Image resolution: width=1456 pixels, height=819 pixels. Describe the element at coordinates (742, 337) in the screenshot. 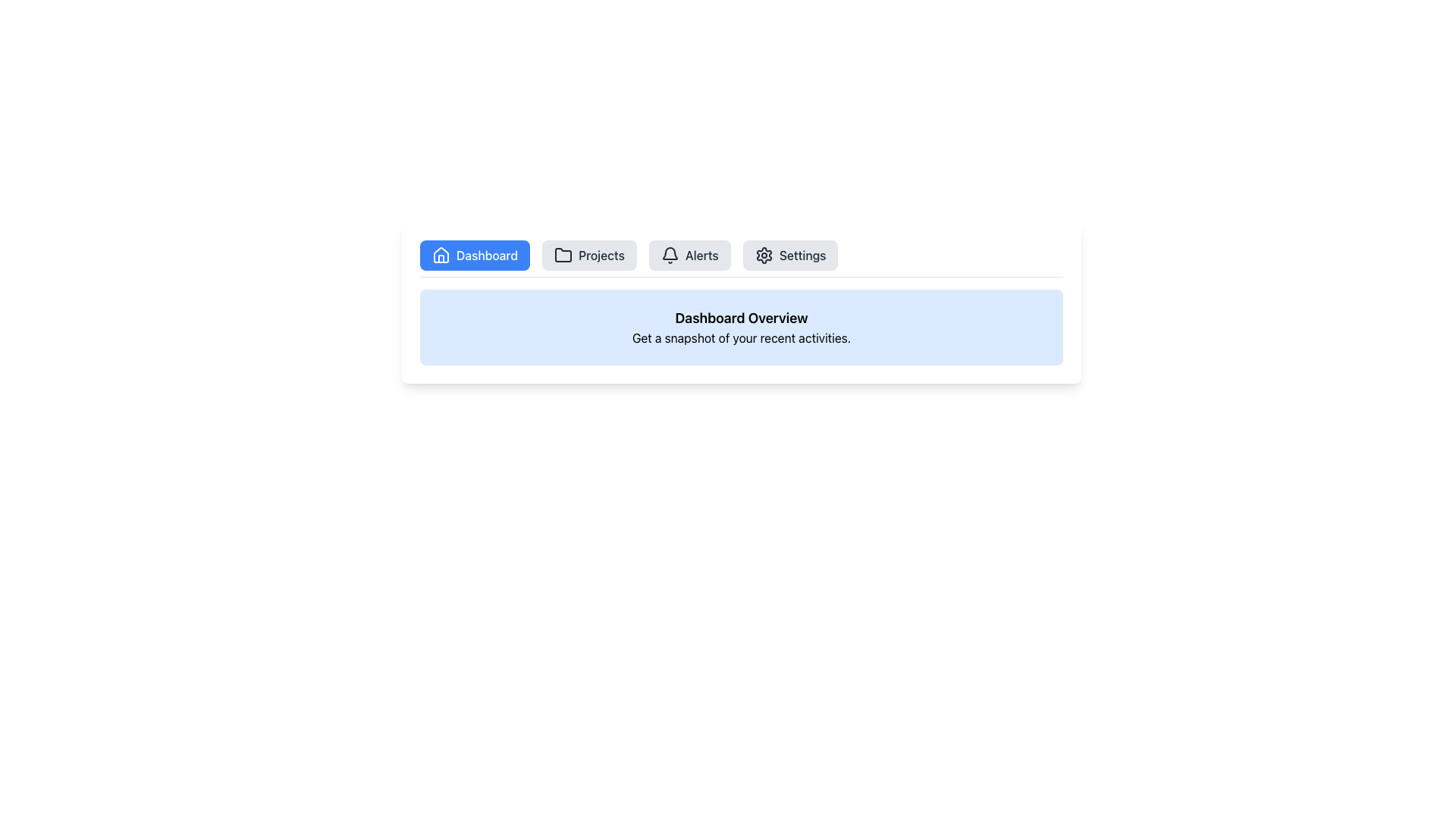

I see `the text label providing guidance related to the Dashboard Overview section, which is located beneath the 'Dashboard Overview' heading` at that location.